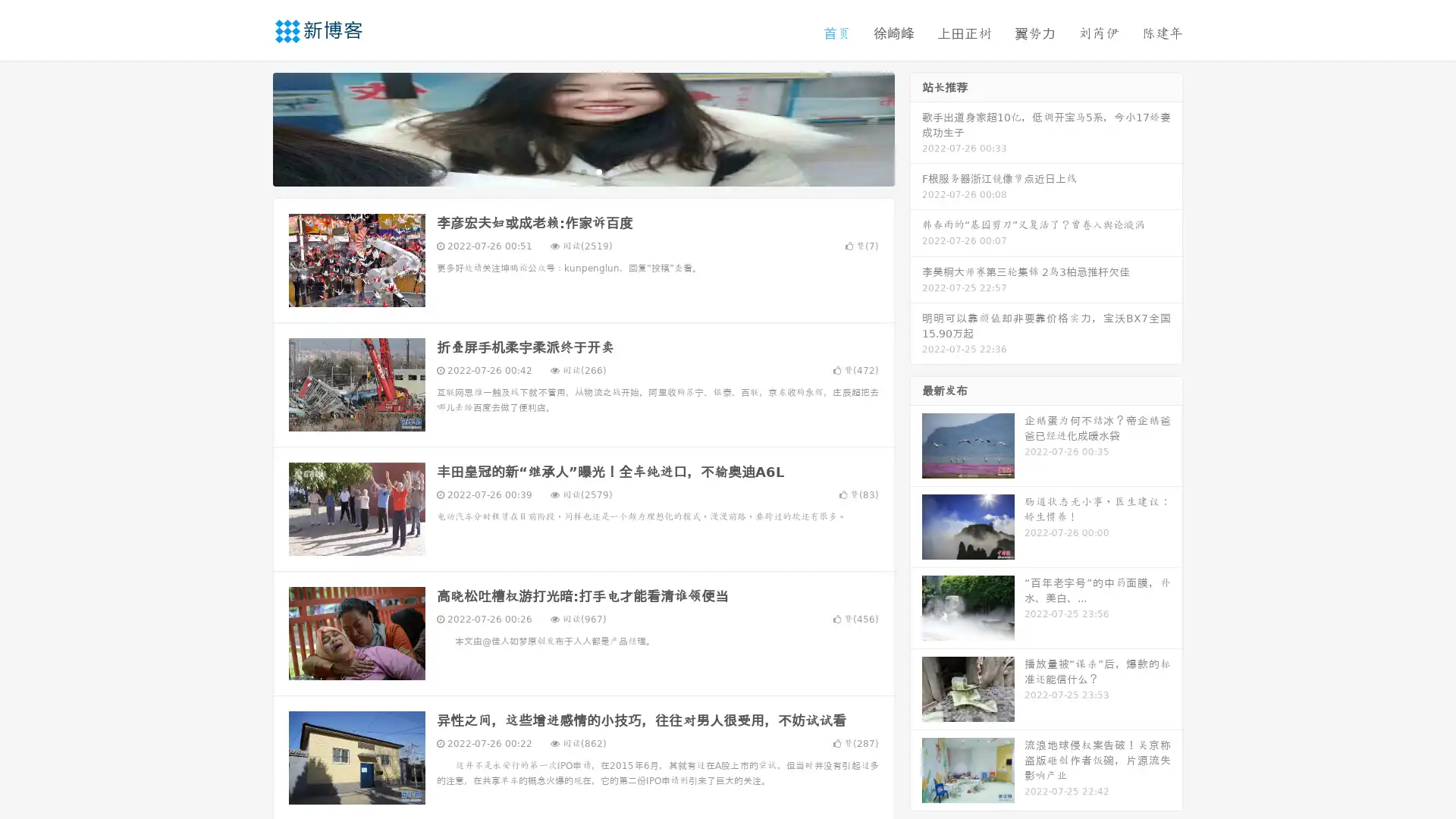 The image size is (1456, 819). What do you see at coordinates (567, 171) in the screenshot?
I see `Go to slide 1` at bounding box center [567, 171].